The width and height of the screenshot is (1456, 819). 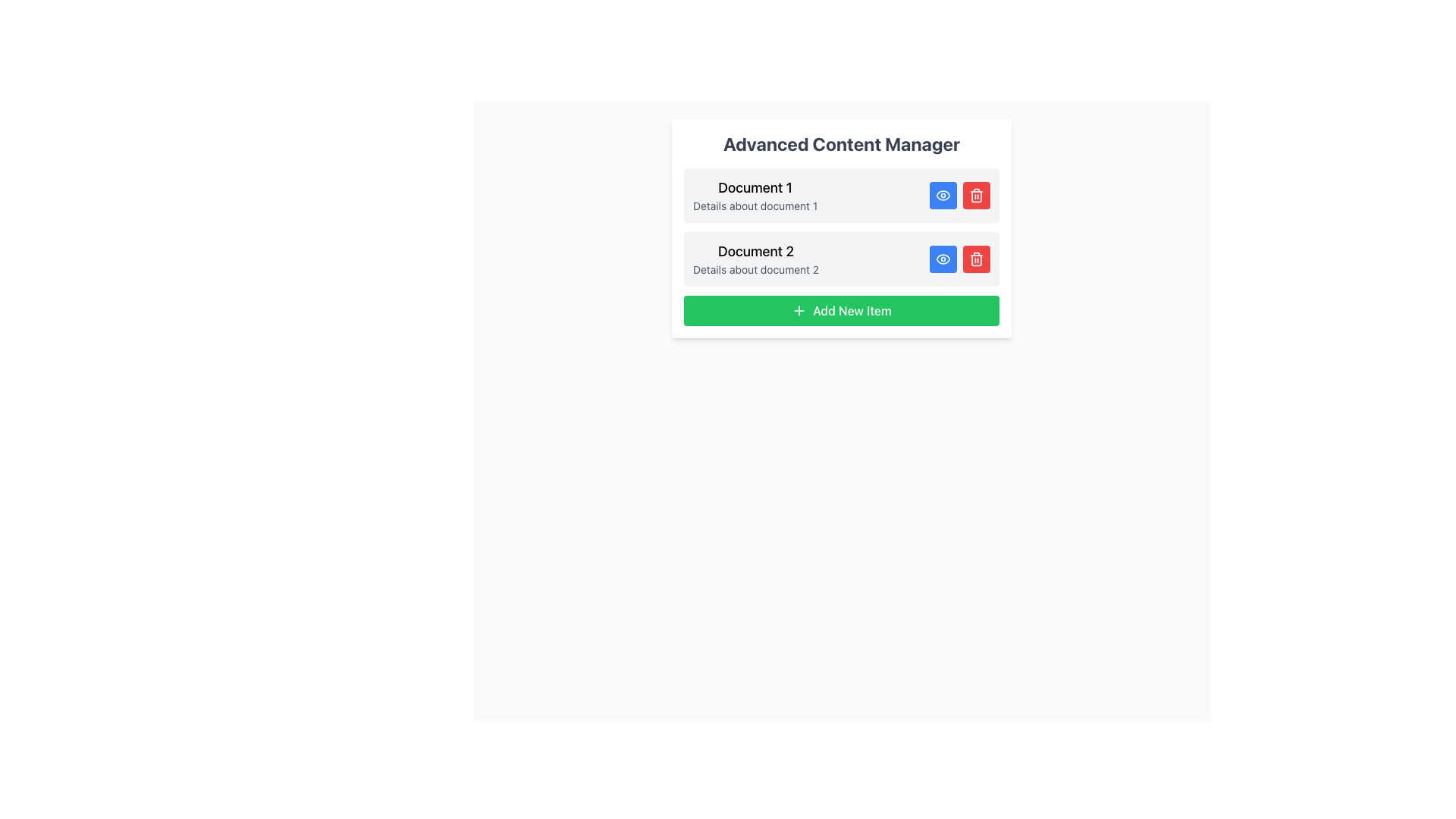 What do you see at coordinates (976, 259) in the screenshot?
I see `the trash icon for 'Document 2' in the Advanced Content Manager UI` at bounding box center [976, 259].